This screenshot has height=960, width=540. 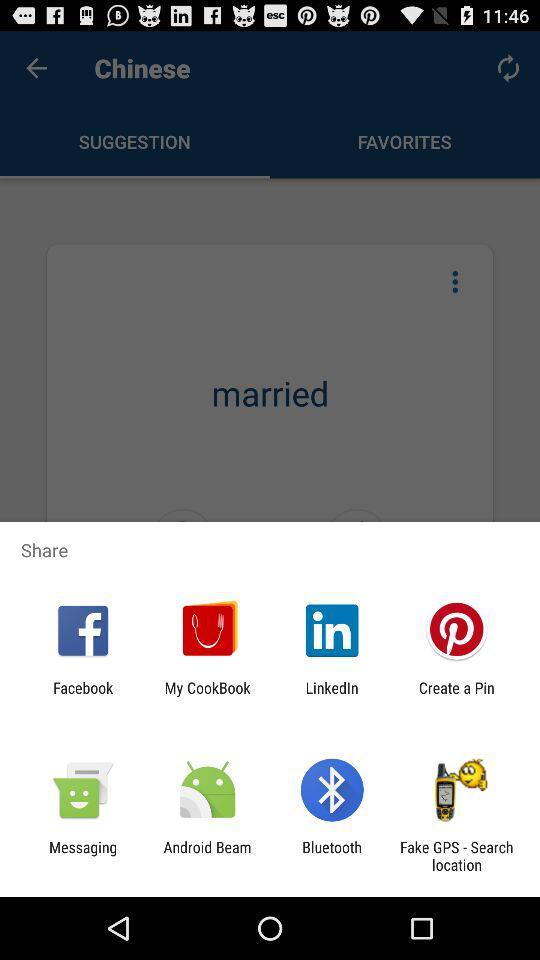 I want to click on the icon to the left of the my cookbook app, so click(x=82, y=696).